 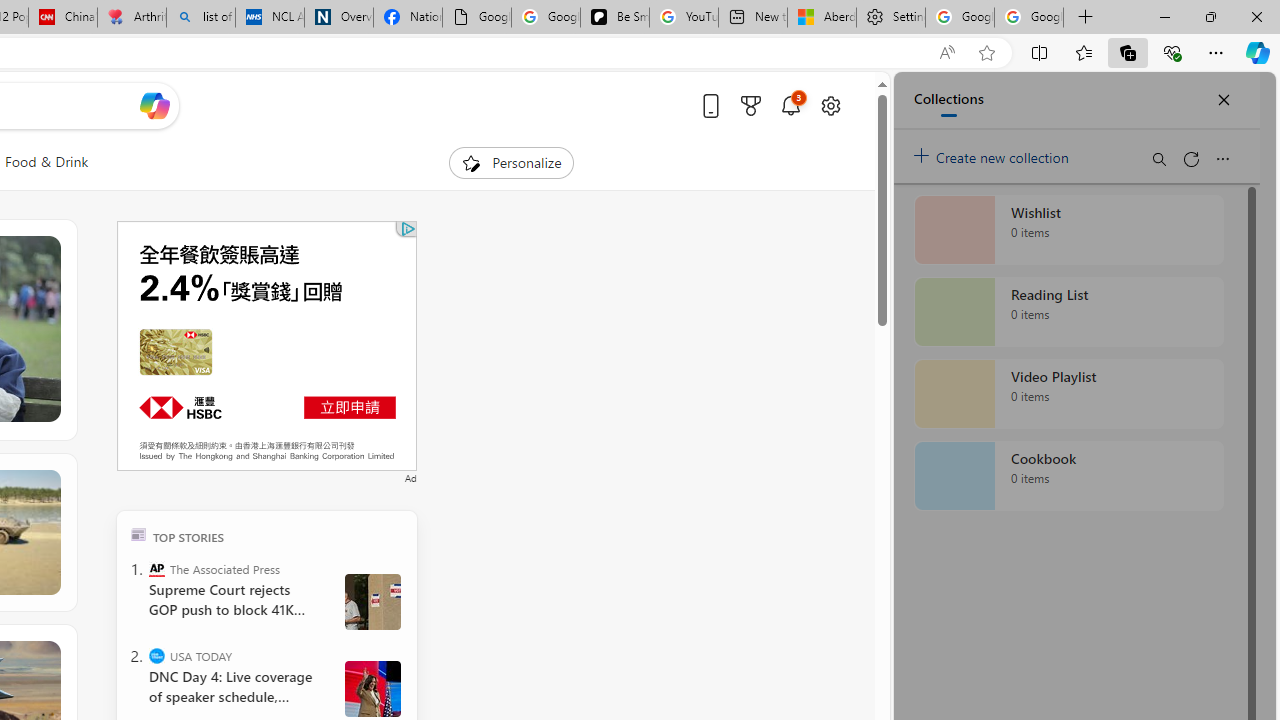 I want to click on 'Google Analytics Opt-out Browser Add-on Download Page', so click(x=475, y=17).